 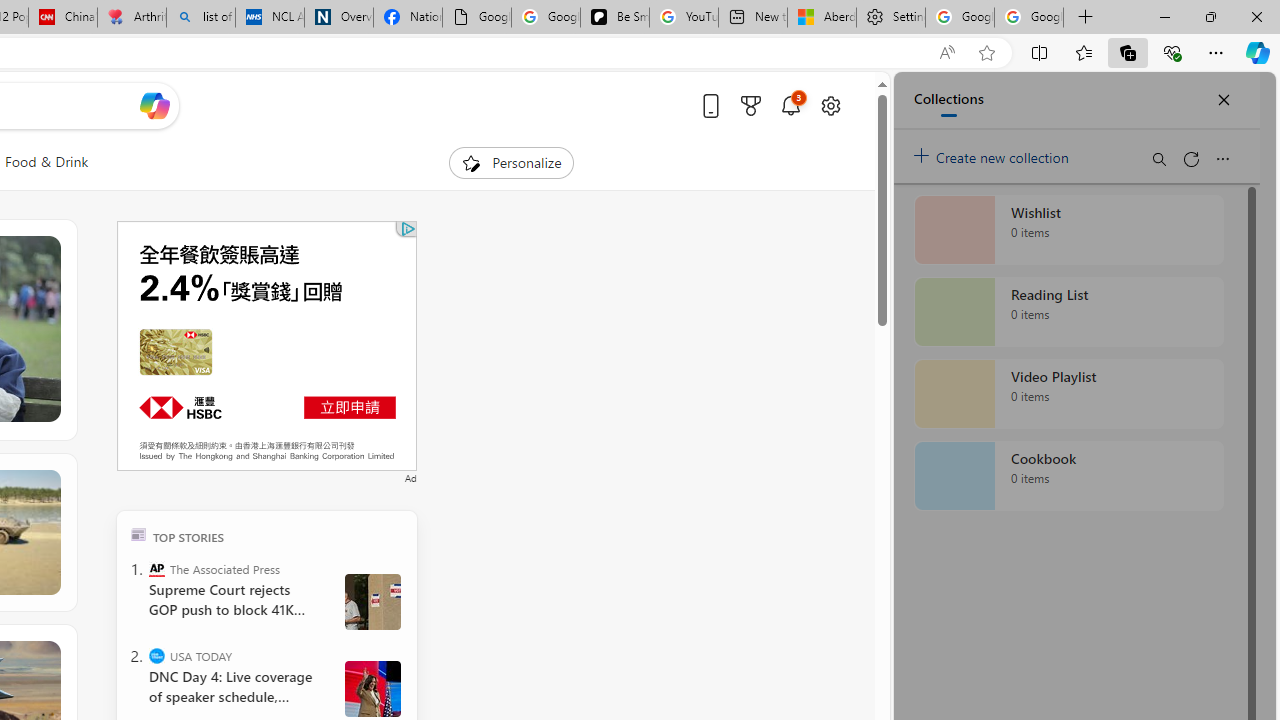 I want to click on 'Google Analytics Opt-out Browser Add-on Download Page', so click(x=475, y=17).